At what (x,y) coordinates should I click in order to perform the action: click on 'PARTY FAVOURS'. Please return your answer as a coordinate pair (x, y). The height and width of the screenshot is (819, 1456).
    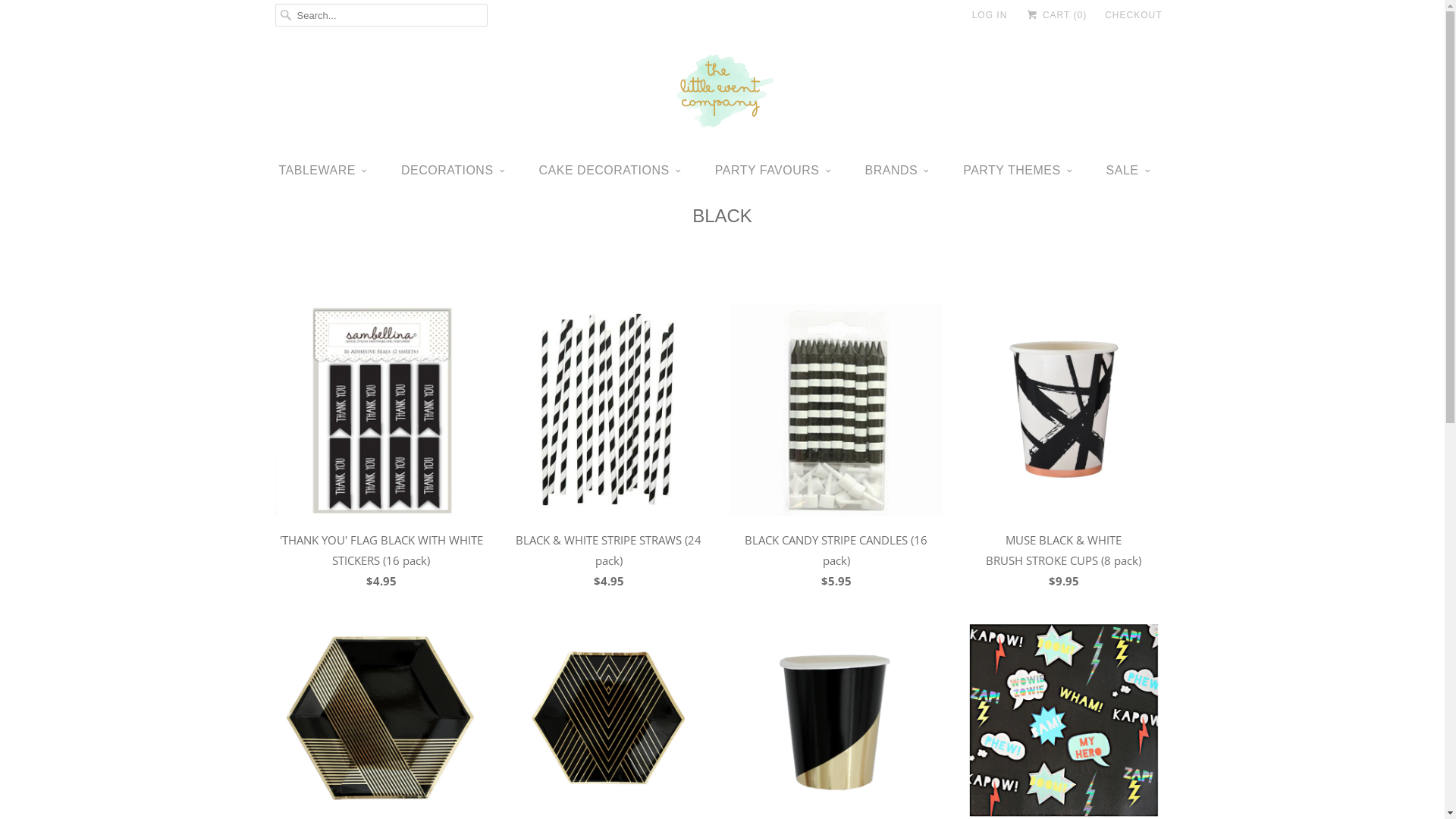
    Looking at the image, I should click on (773, 171).